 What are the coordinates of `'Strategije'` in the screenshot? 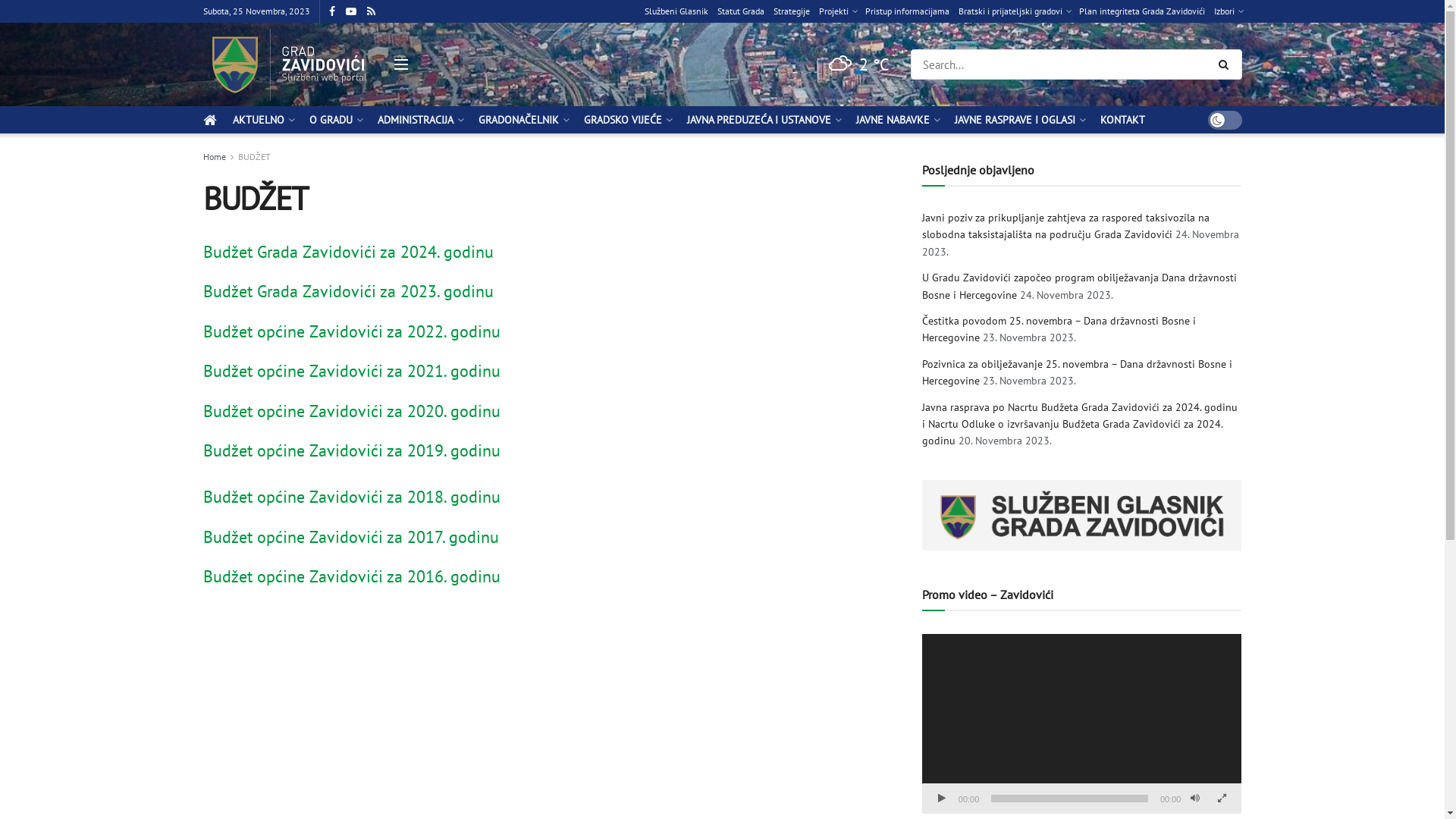 It's located at (790, 11).